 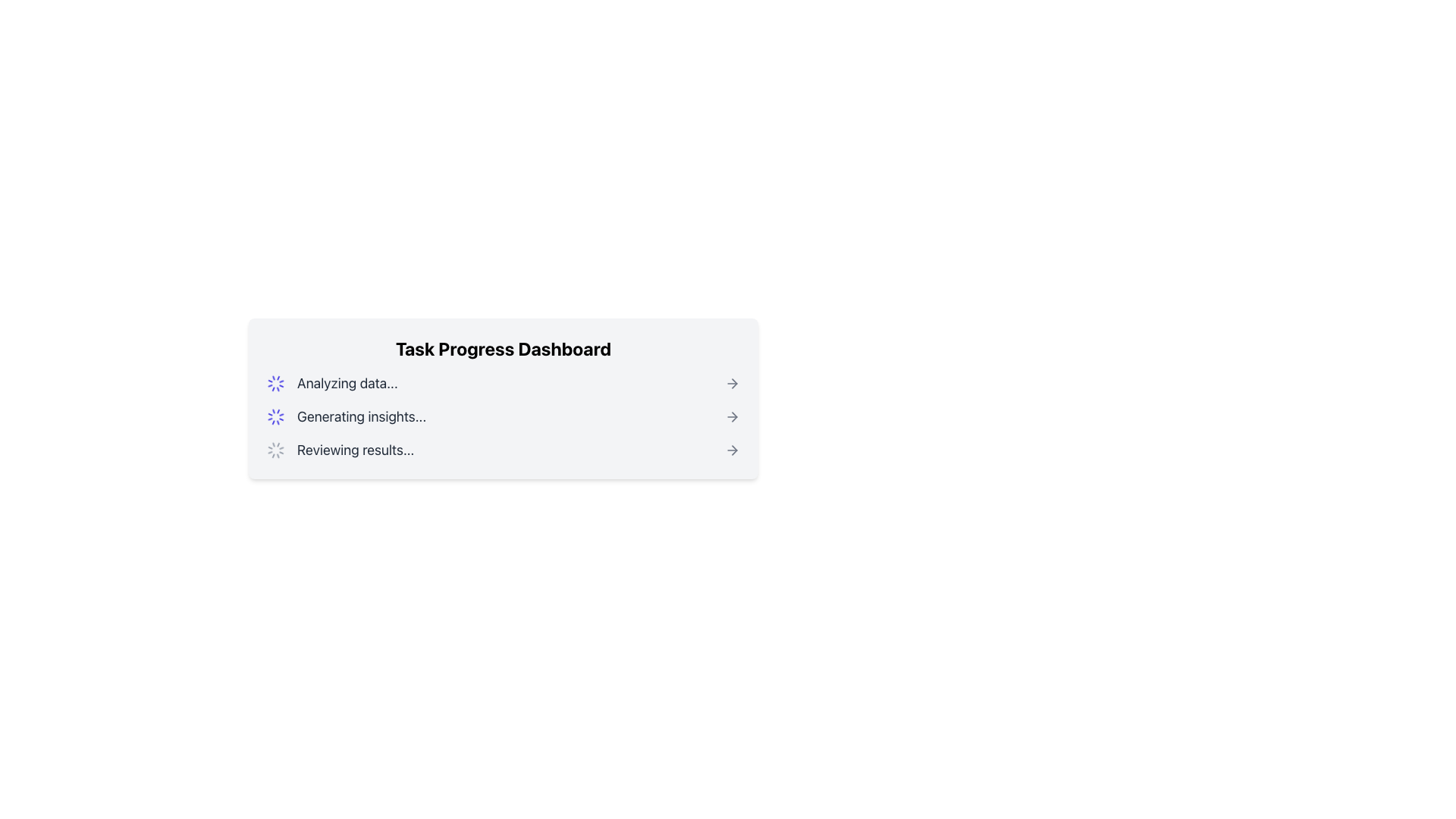 I want to click on the animated spinner in the status indicator labeled 'Analyzing data...' to check for progress, so click(x=503, y=382).